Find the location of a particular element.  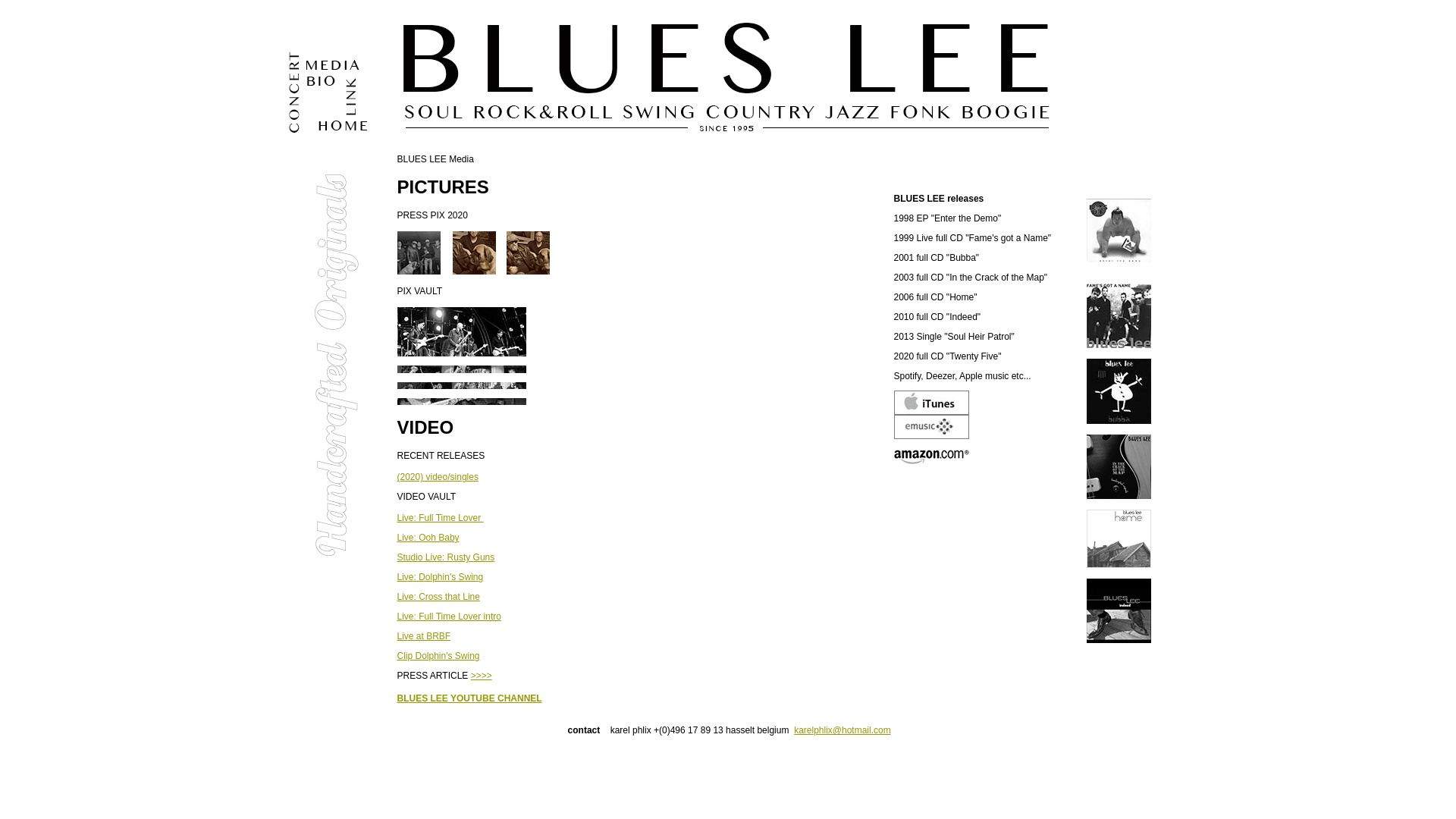

'Live: Full Time Lover intro' is located at coordinates (448, 617).